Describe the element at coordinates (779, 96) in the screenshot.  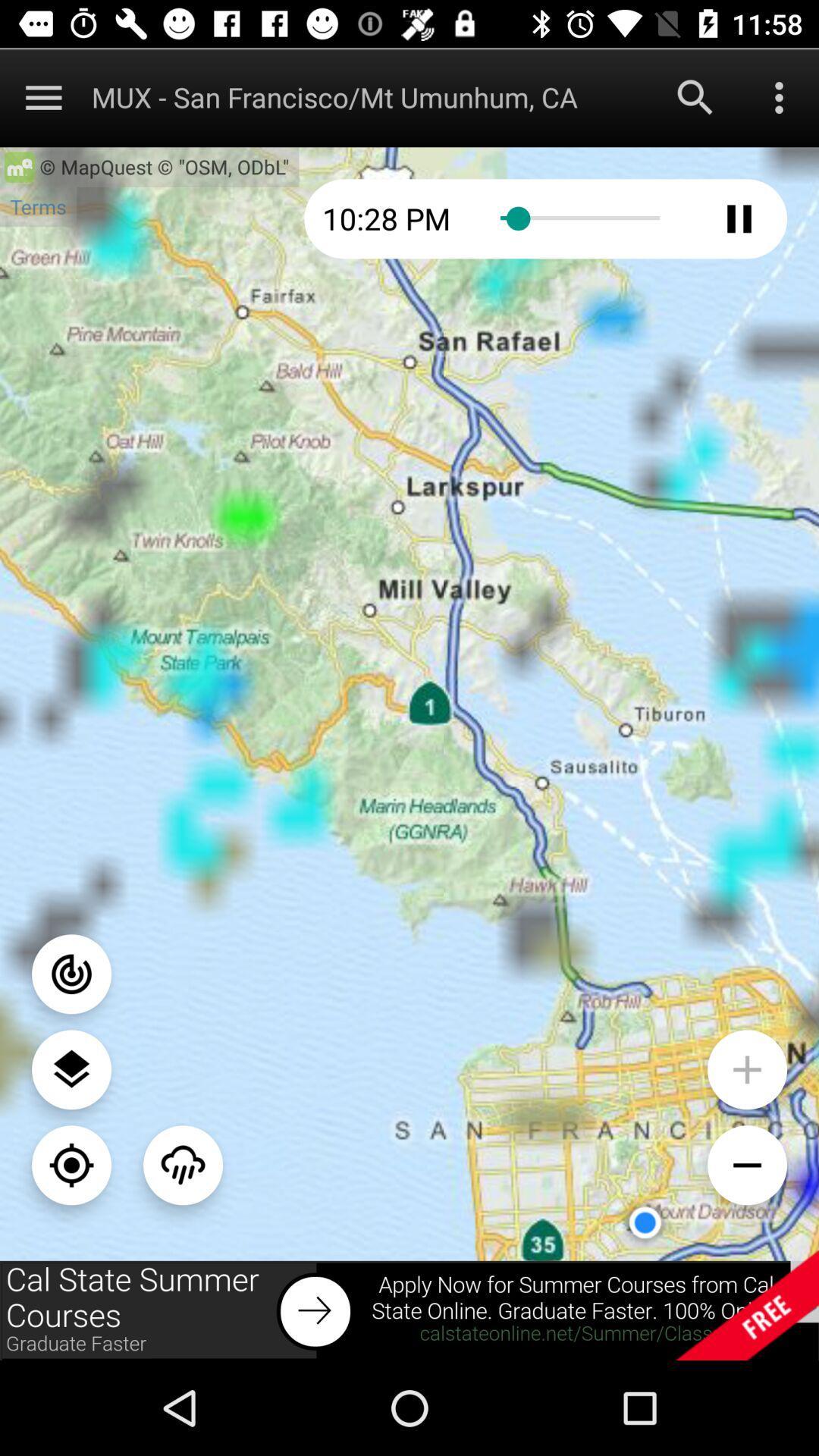
I see `more menu options` at that location.